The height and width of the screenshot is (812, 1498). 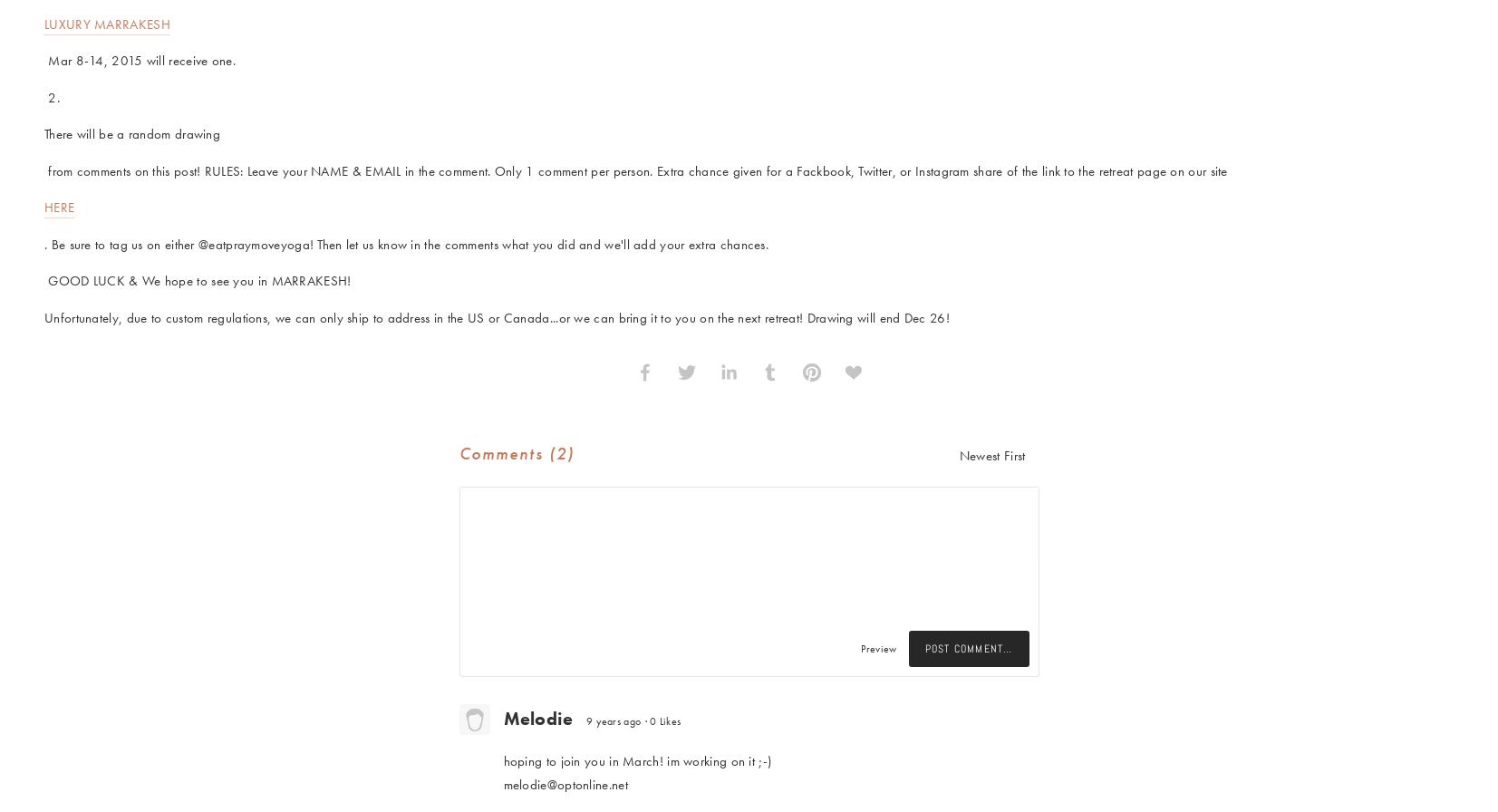 I want to click on 'Unfortunately, due to custom regulations, we can only ship to address in the US or Canada...or we can bring it to you on the next retreat! Drawing will end Dec 26!', so click(x=495, y=316).